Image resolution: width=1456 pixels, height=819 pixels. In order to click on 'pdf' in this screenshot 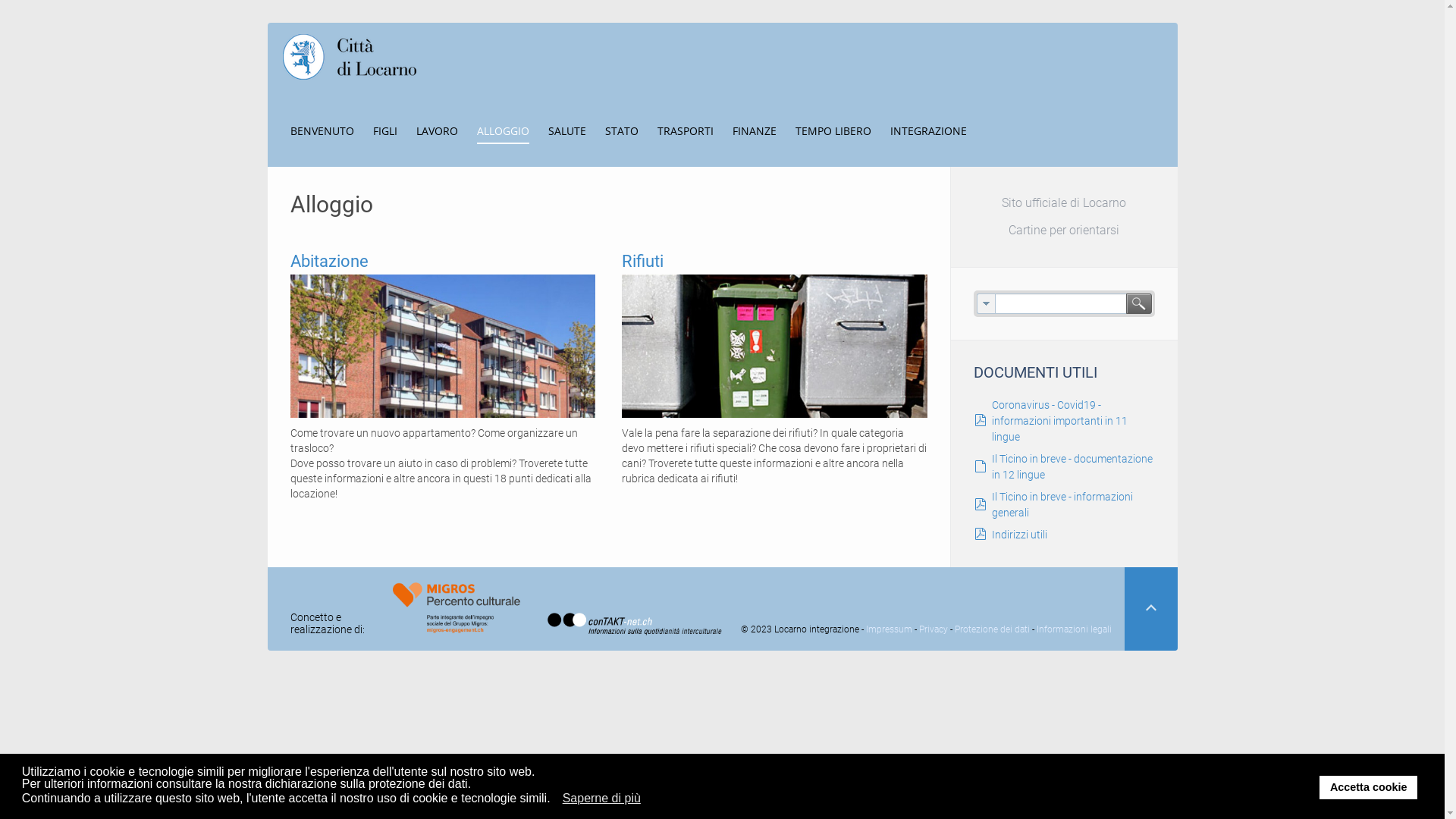, I will do `click(979, 505)`.